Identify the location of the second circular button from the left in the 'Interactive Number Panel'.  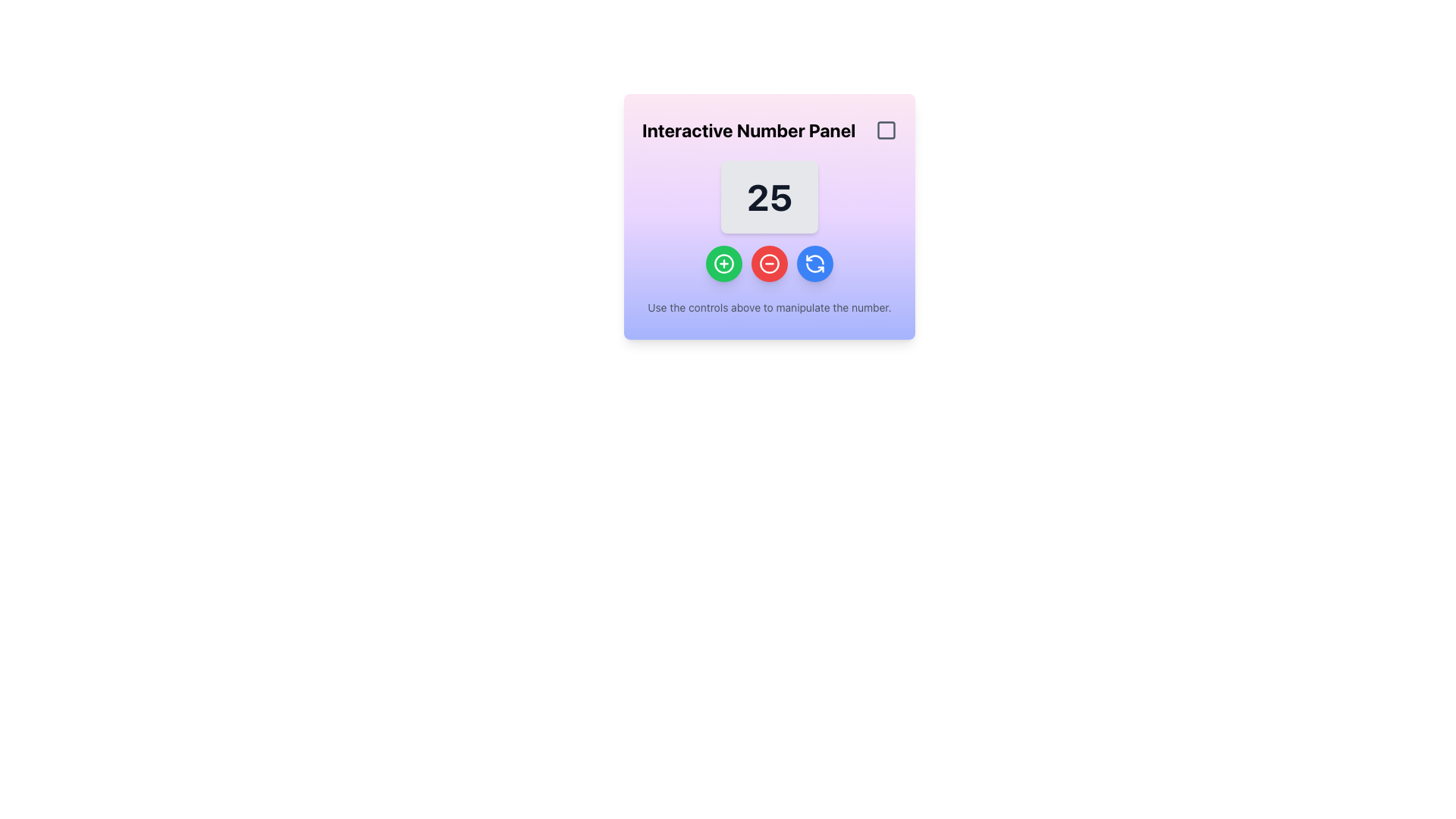
(769, 262).